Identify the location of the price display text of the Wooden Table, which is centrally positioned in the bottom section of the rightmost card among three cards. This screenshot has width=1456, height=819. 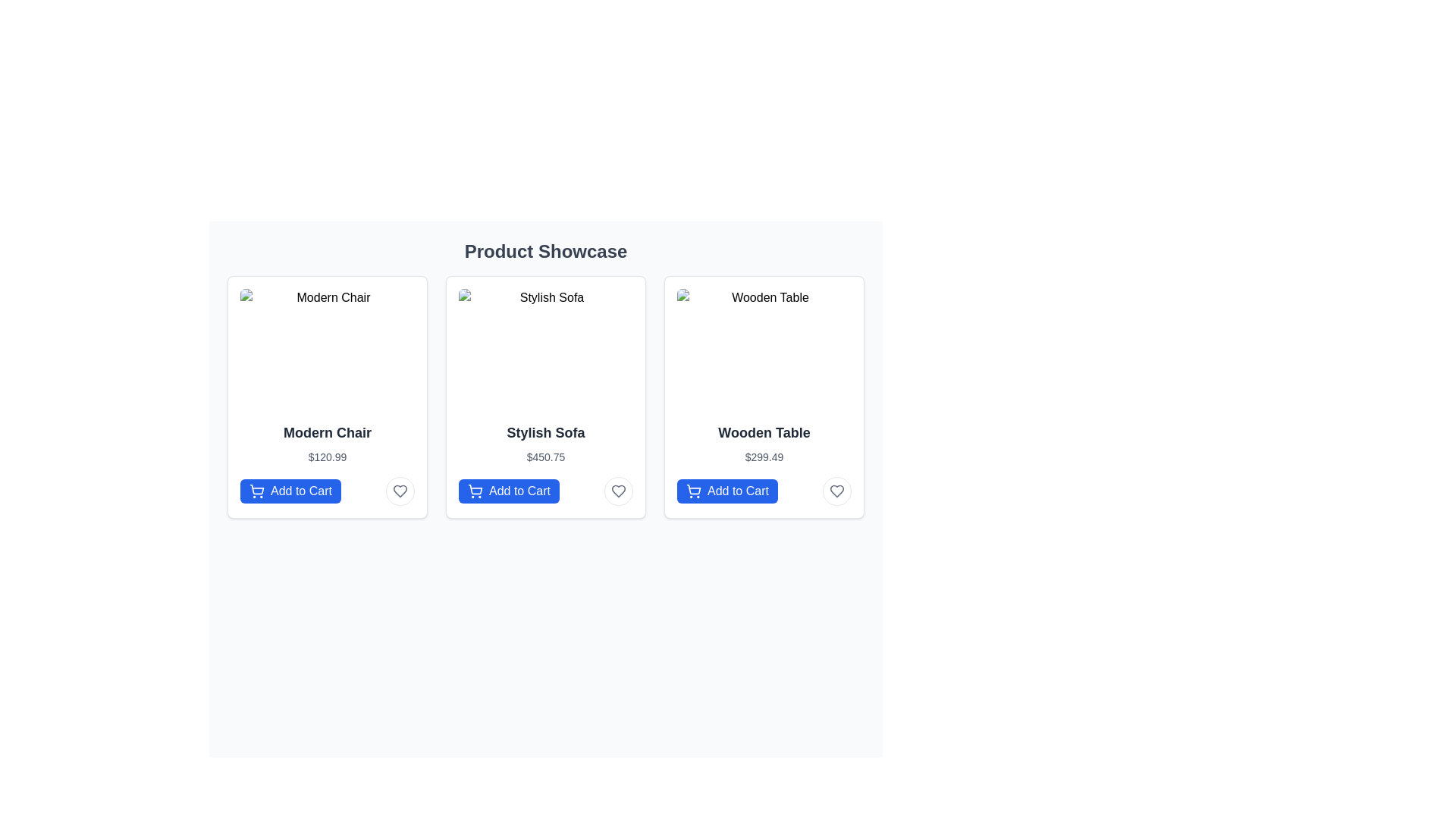
(764, 456).